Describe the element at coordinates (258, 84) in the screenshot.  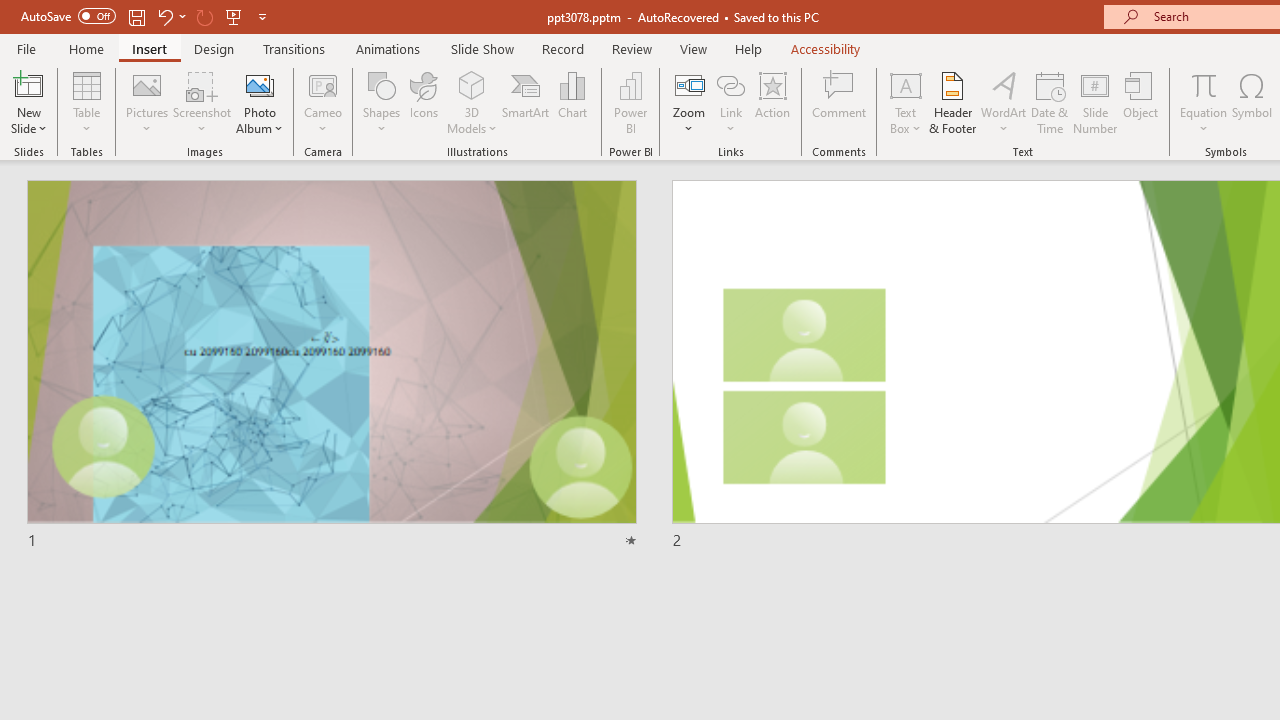
I see `'New Photo Album...'` at that location.